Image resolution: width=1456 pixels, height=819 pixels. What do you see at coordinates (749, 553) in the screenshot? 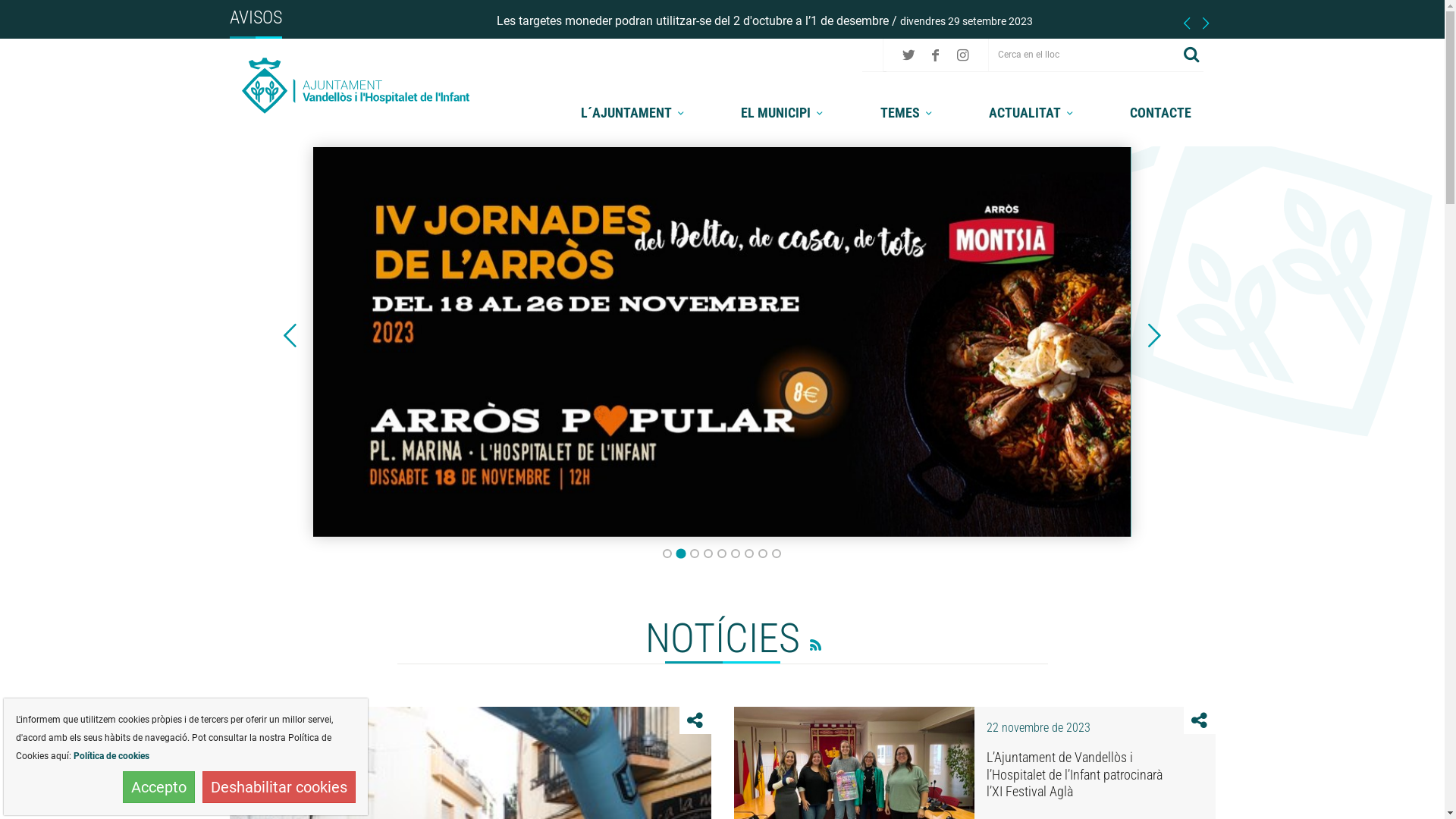
I see `'7'` at bounding box center [749, 553].